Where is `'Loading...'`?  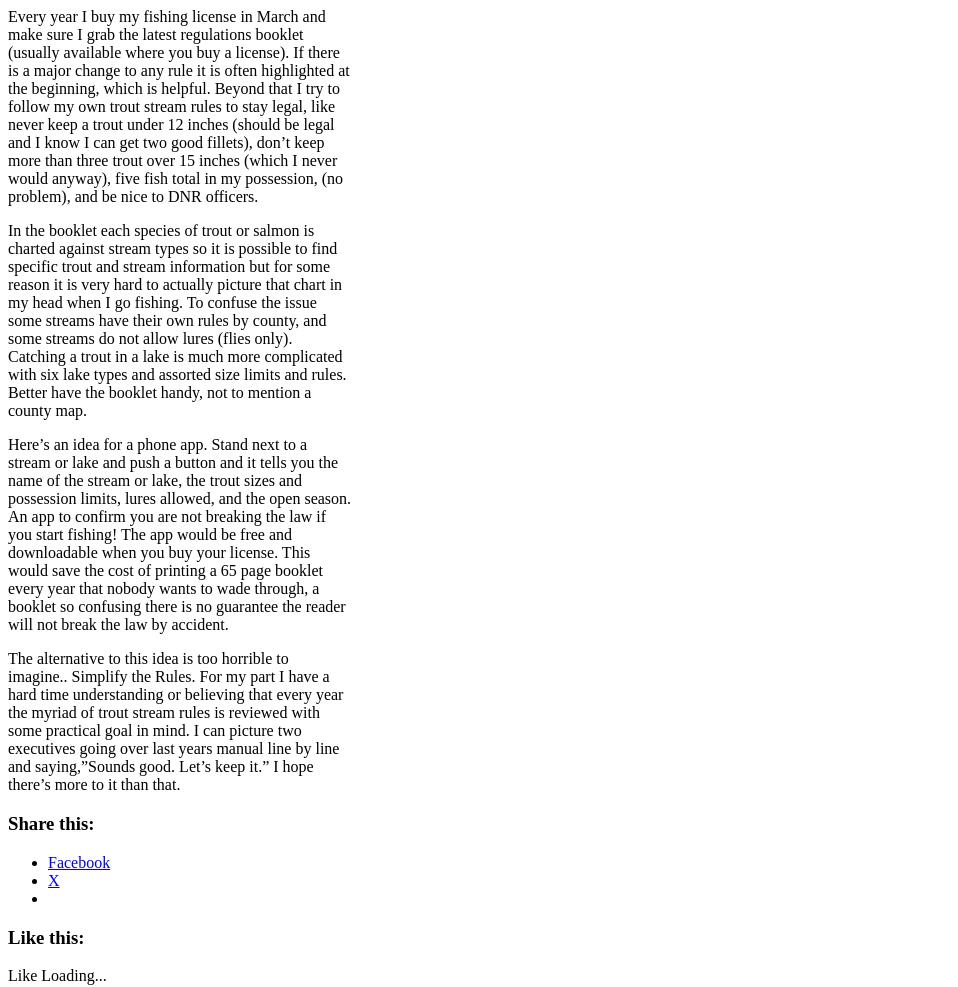
'Loading...' is located at coordinates (72, 975).